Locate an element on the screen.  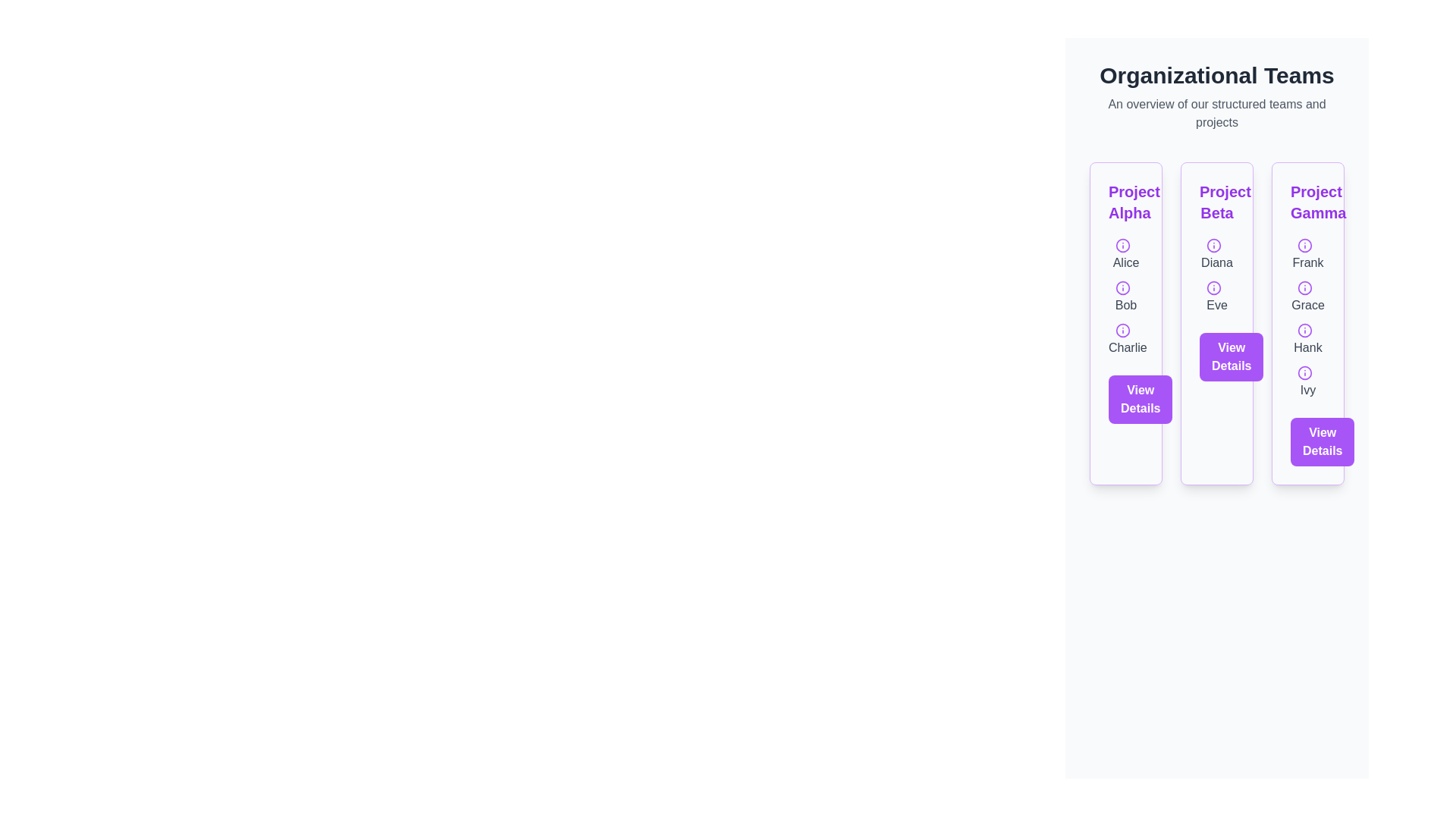
the text element displaying 'Bob' in dark gray is located at coordinates (1125, 296).